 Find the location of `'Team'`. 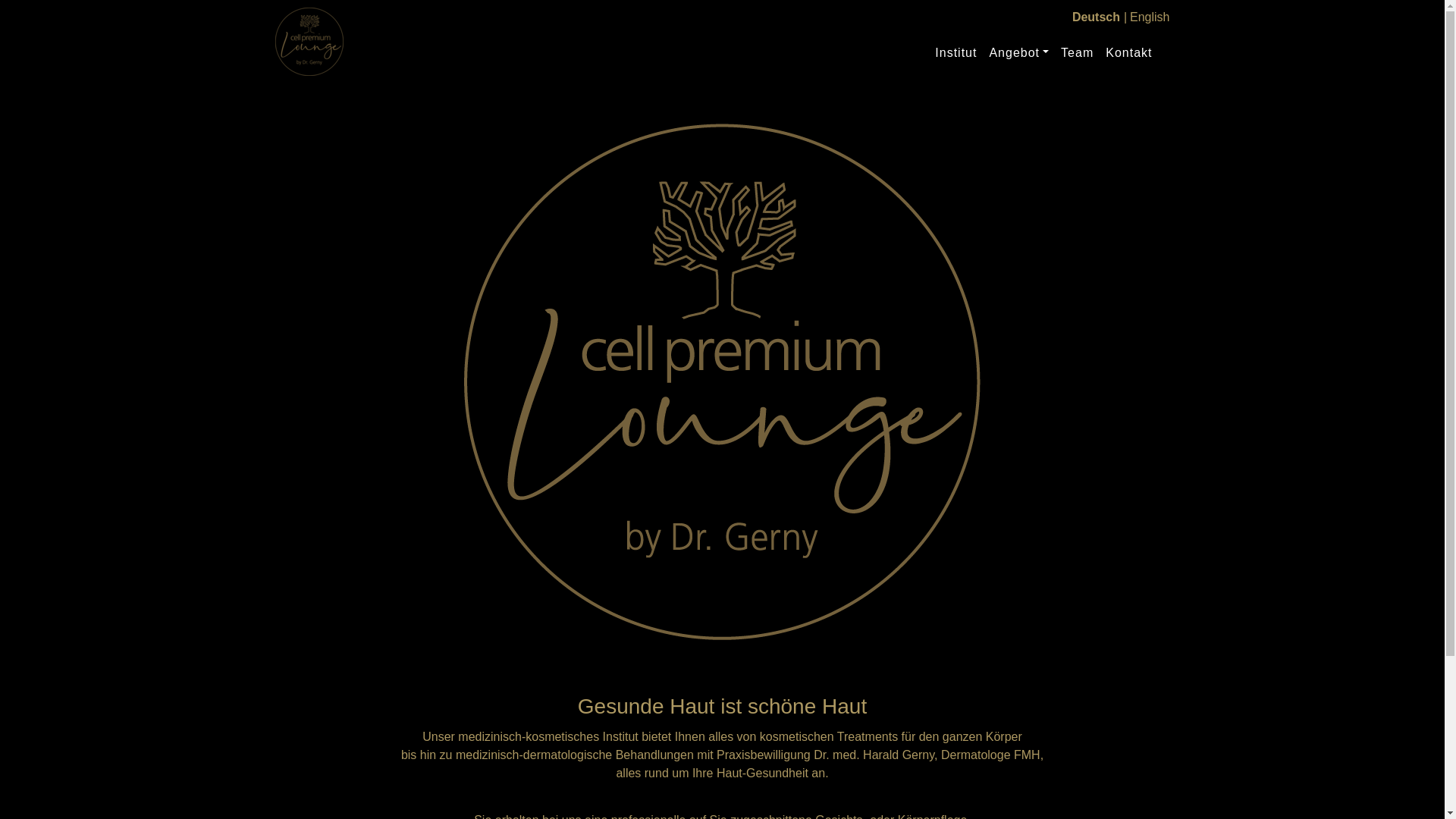

'Team' is located at coordinates (1054, 52).